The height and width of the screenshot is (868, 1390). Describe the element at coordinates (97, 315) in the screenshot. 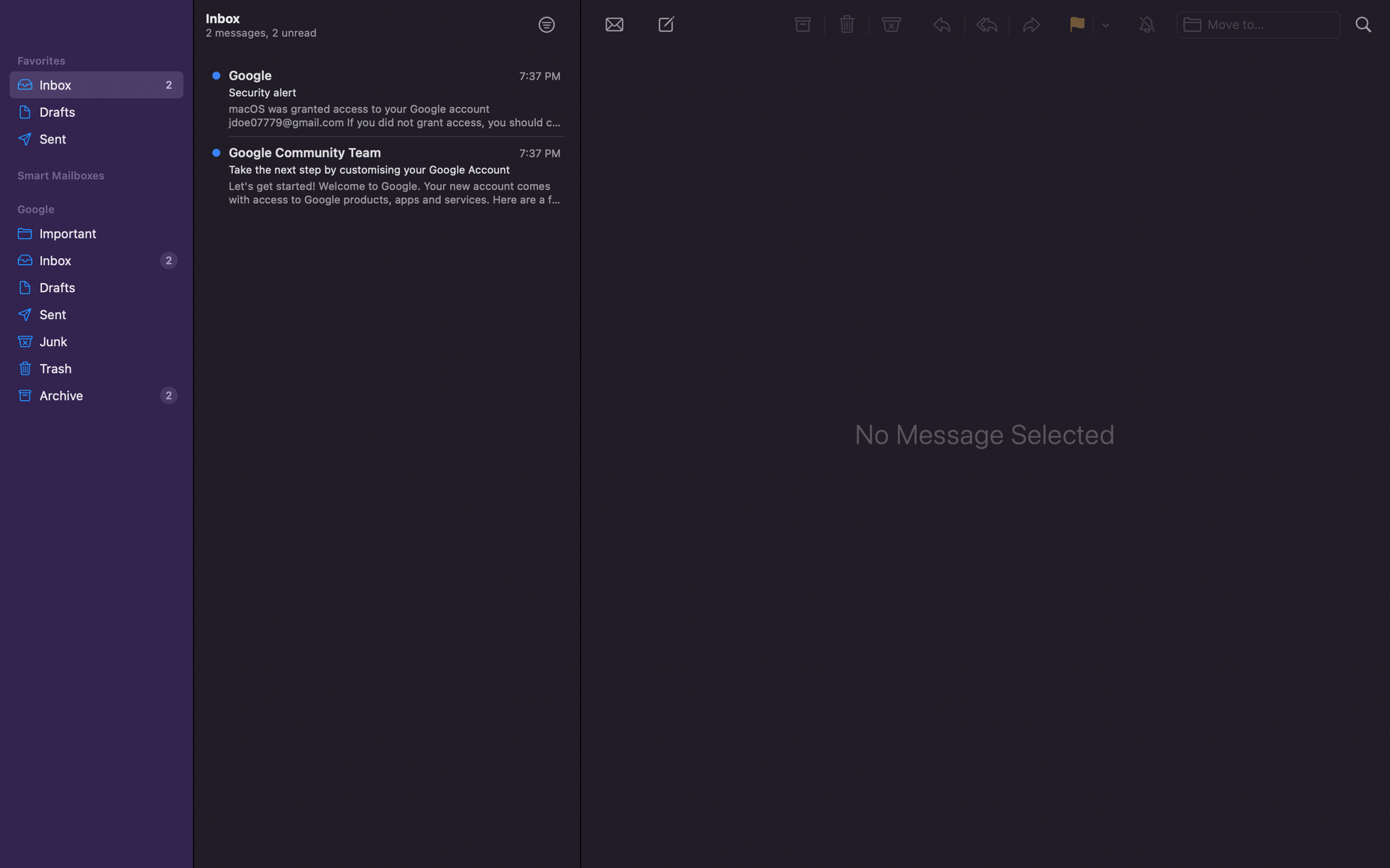

I see `Review sent messages` at that location.